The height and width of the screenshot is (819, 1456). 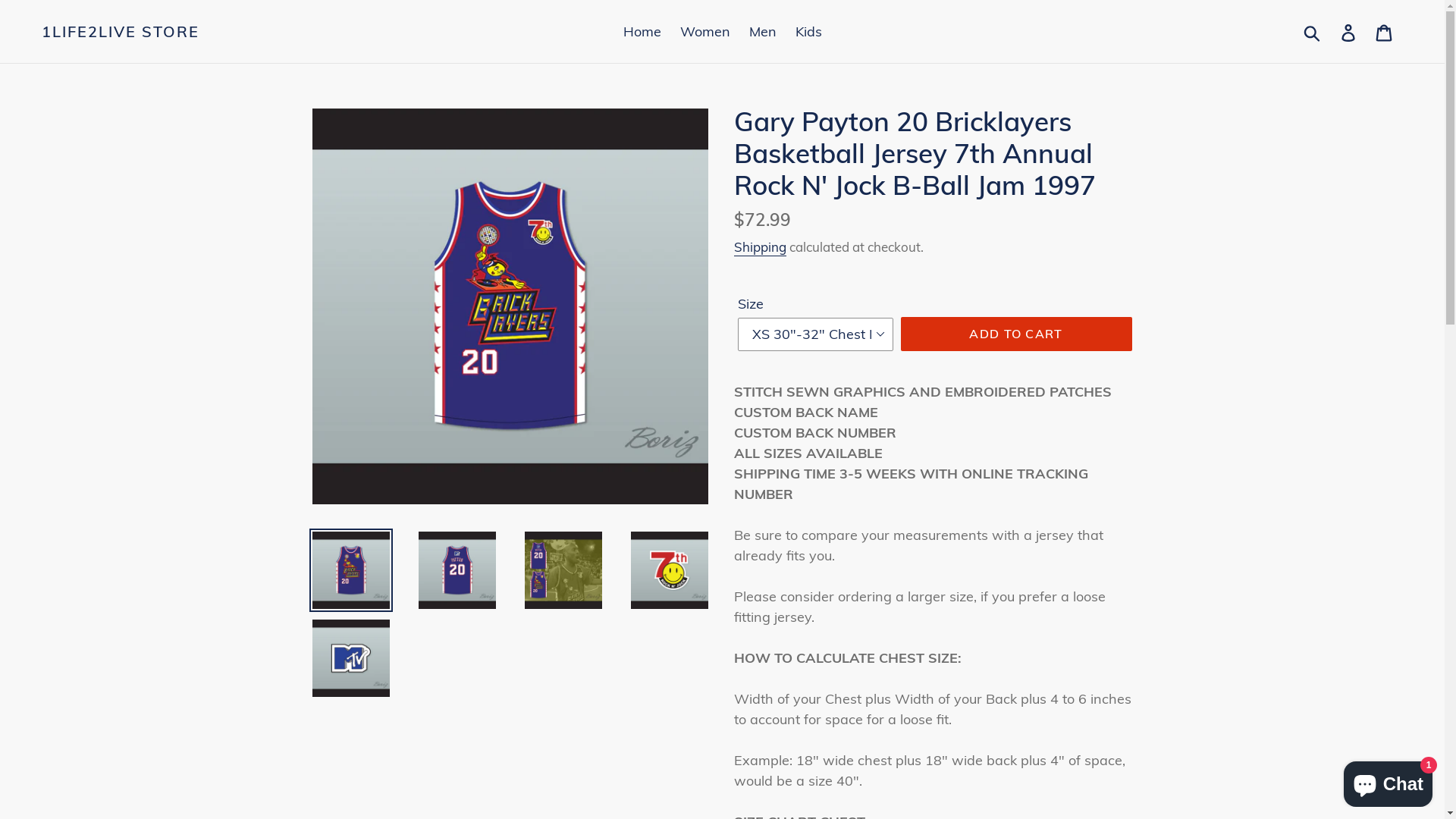 I want to click on 'Women', so click(x=704, y=31).